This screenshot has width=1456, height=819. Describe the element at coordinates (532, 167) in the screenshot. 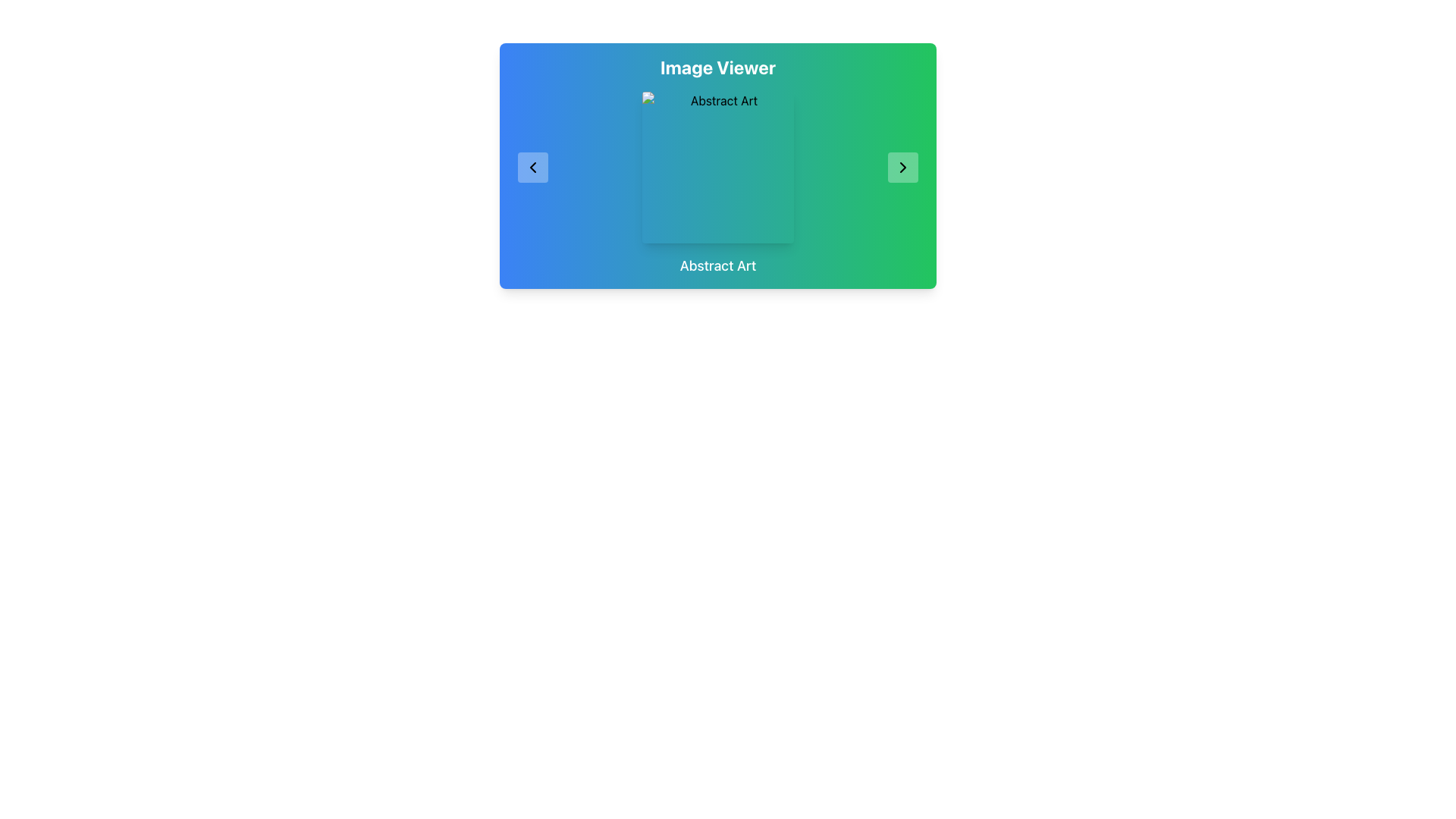

I see `the left-pointing chevron button with a circular semi-transparent white background` at that location.